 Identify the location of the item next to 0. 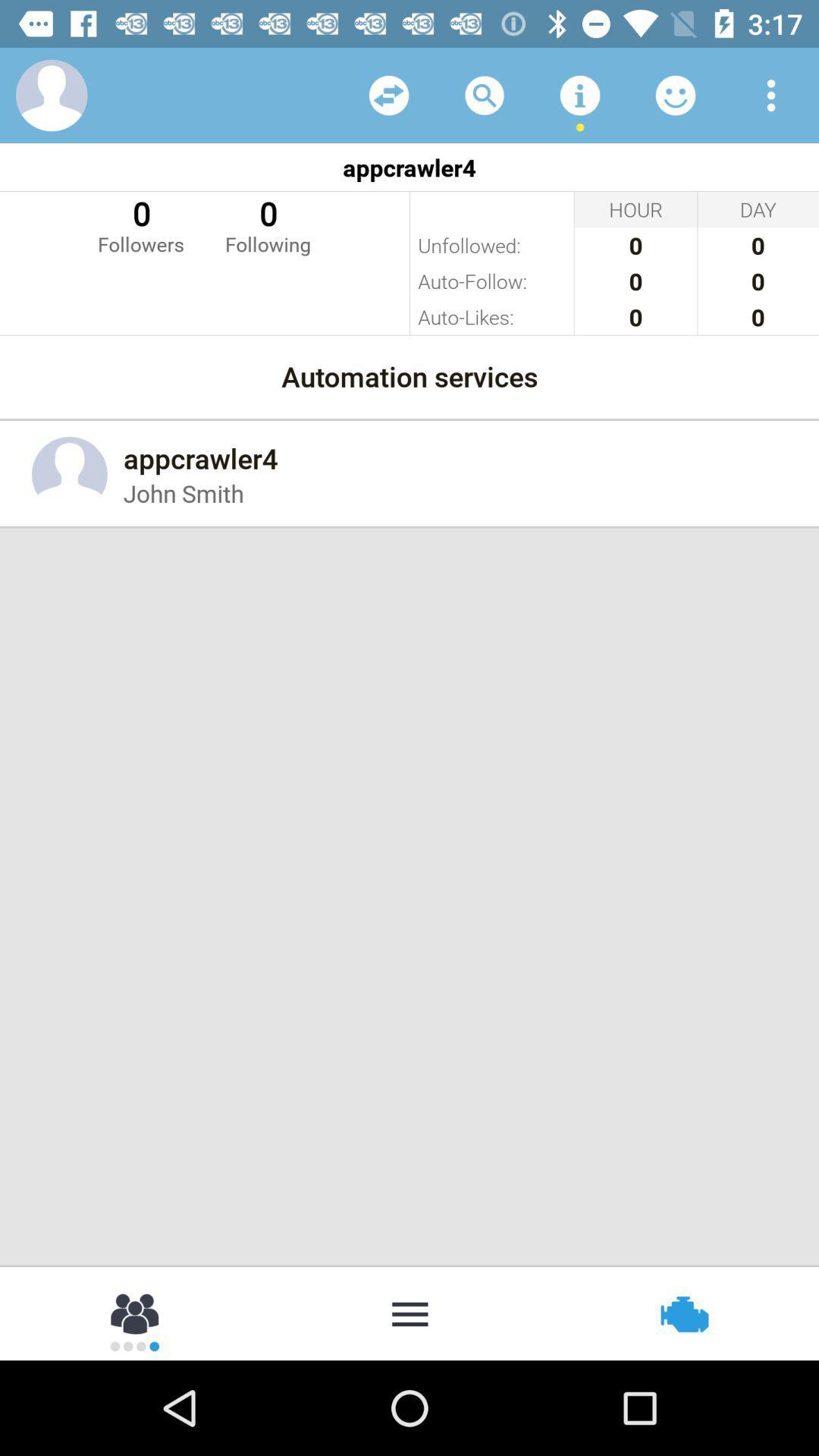
(140, 224).